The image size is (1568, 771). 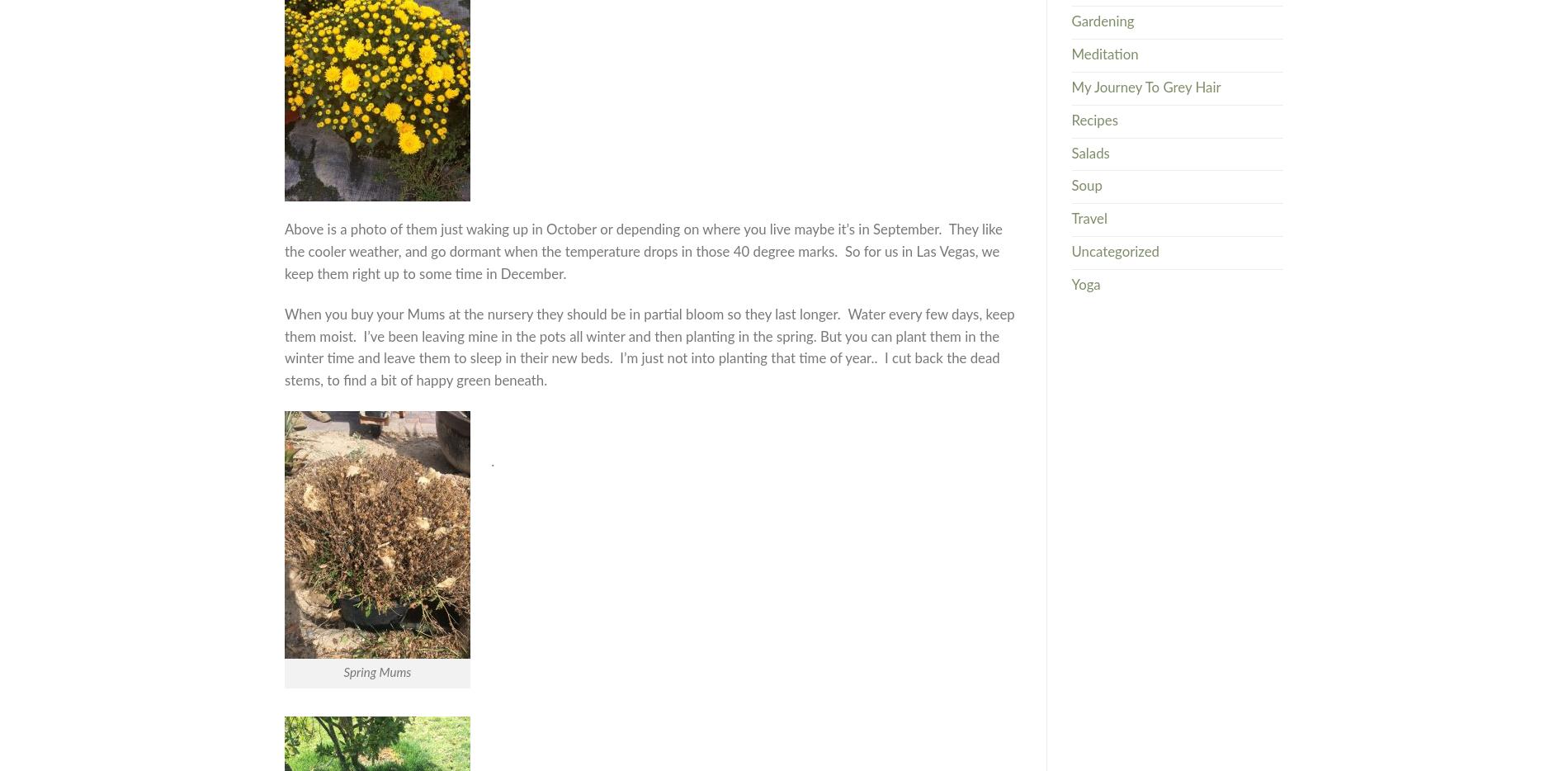 I want to click on 'Gardening', so click(x=1070, y=21).